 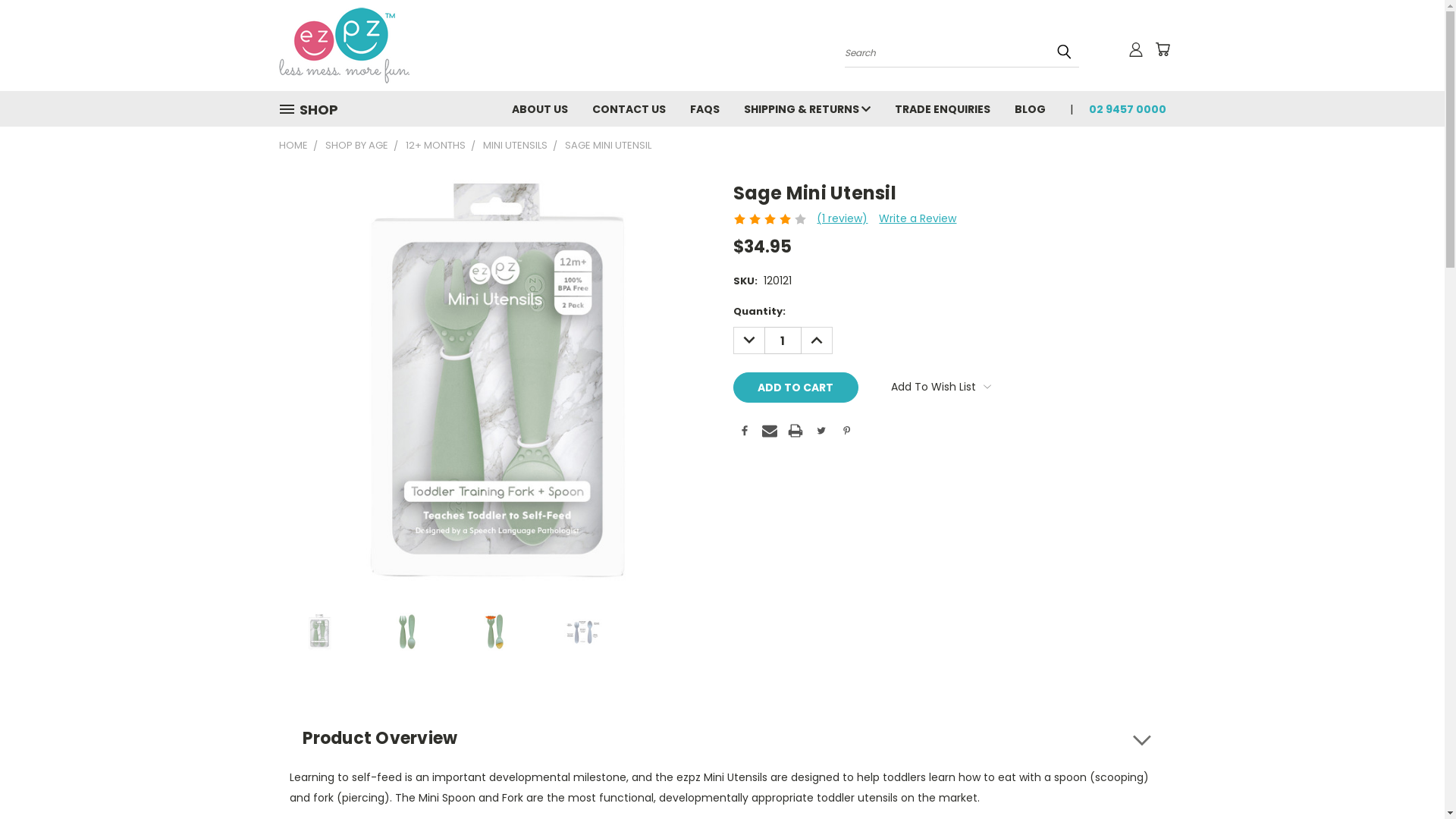 I want to click on 'DECREASE QUANTITY:', so click(x=732, y=339).